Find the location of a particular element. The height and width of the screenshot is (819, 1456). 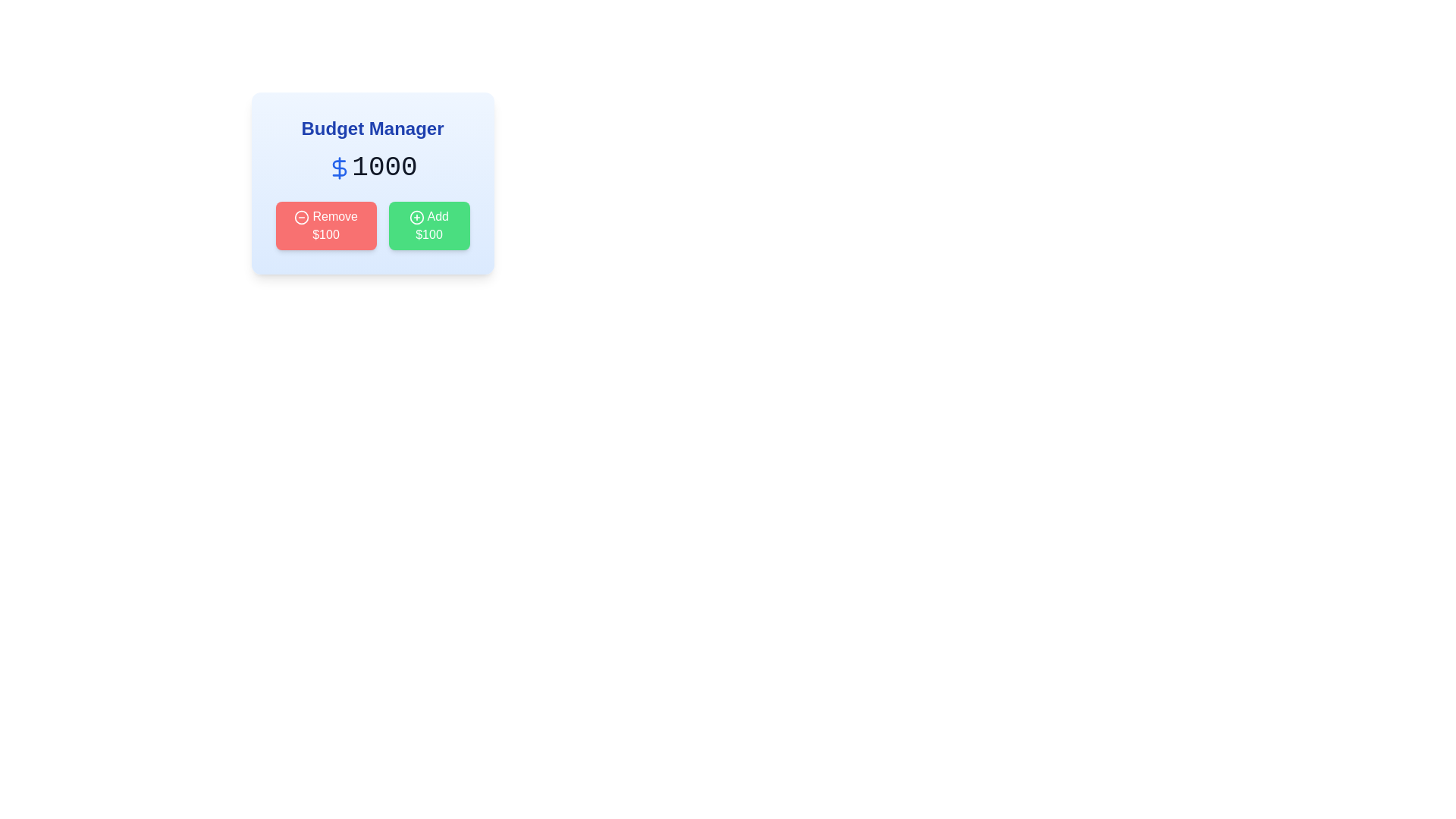

the red 'Remove $100' button with rounded corners and a minus sign icon is located at coordinates (325, 225).